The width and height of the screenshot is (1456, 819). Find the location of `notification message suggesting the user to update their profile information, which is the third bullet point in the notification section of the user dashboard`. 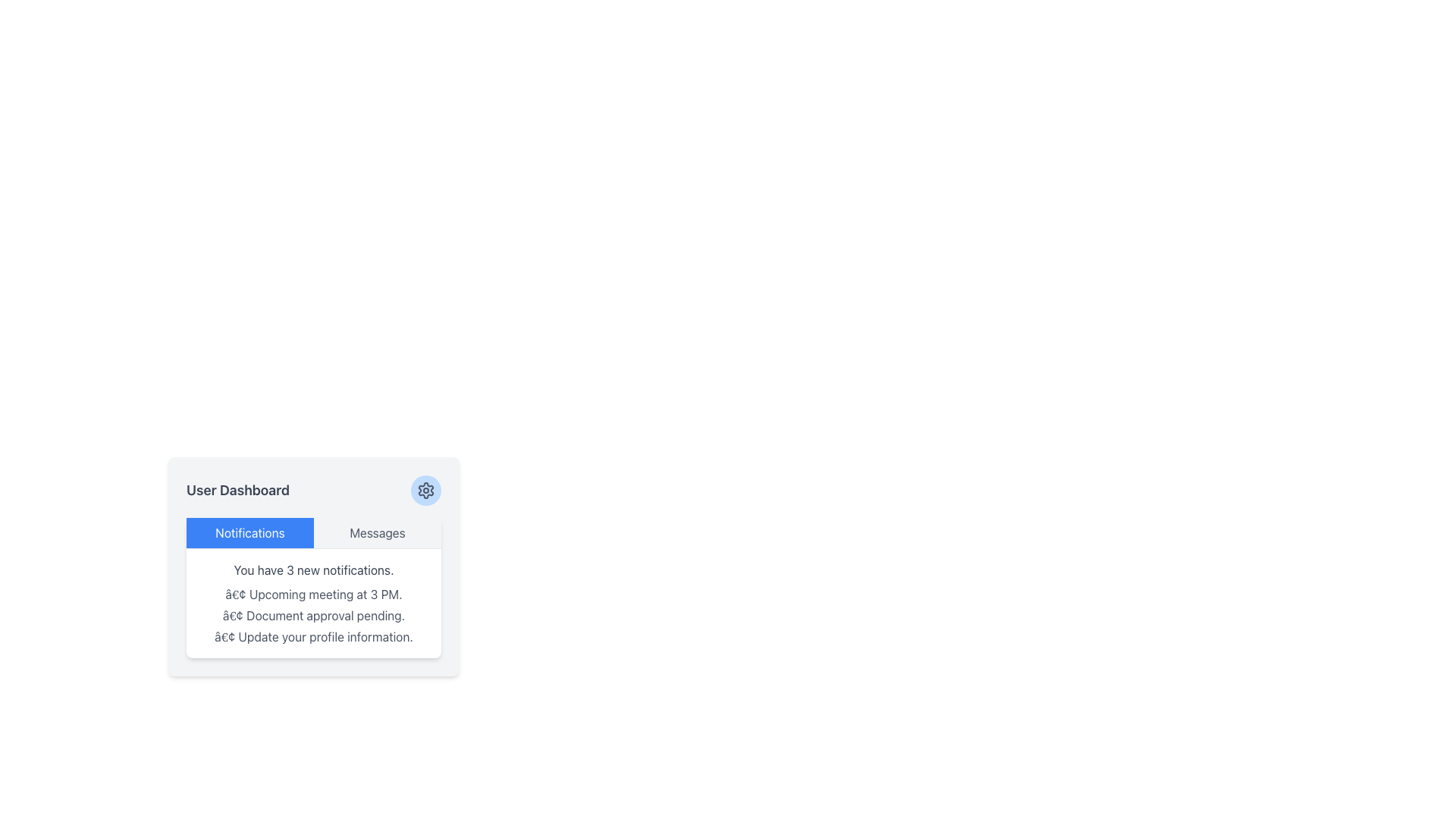

notification message suggesting the user to update their profile information, which is the third bullet point in the notification section of the user dashboard is located at coordinates (312, 637).